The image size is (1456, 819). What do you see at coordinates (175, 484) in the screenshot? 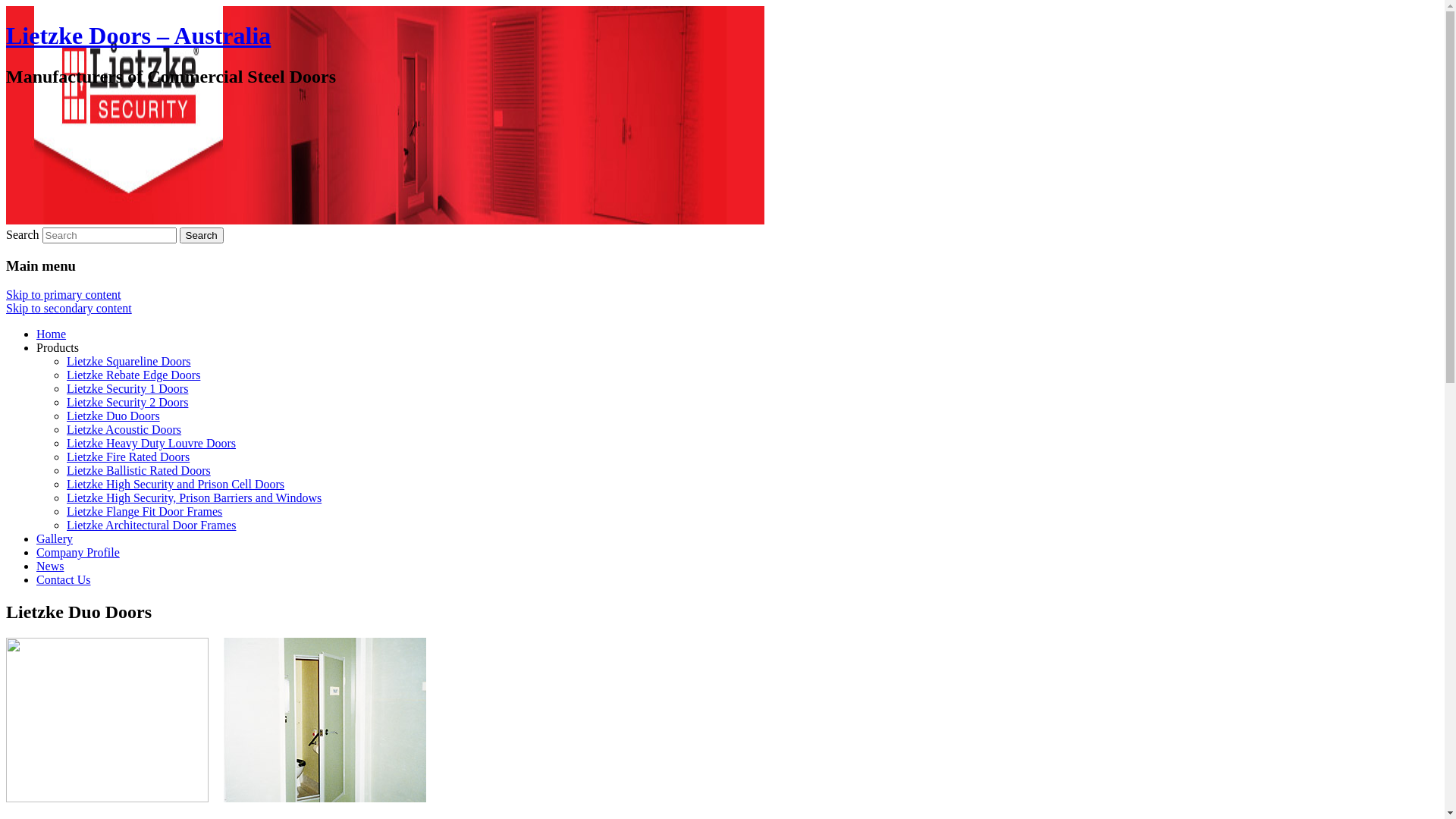
I see `'Lietzke High Security and Prison Cell Doors'` at bounding box center [175, 484].